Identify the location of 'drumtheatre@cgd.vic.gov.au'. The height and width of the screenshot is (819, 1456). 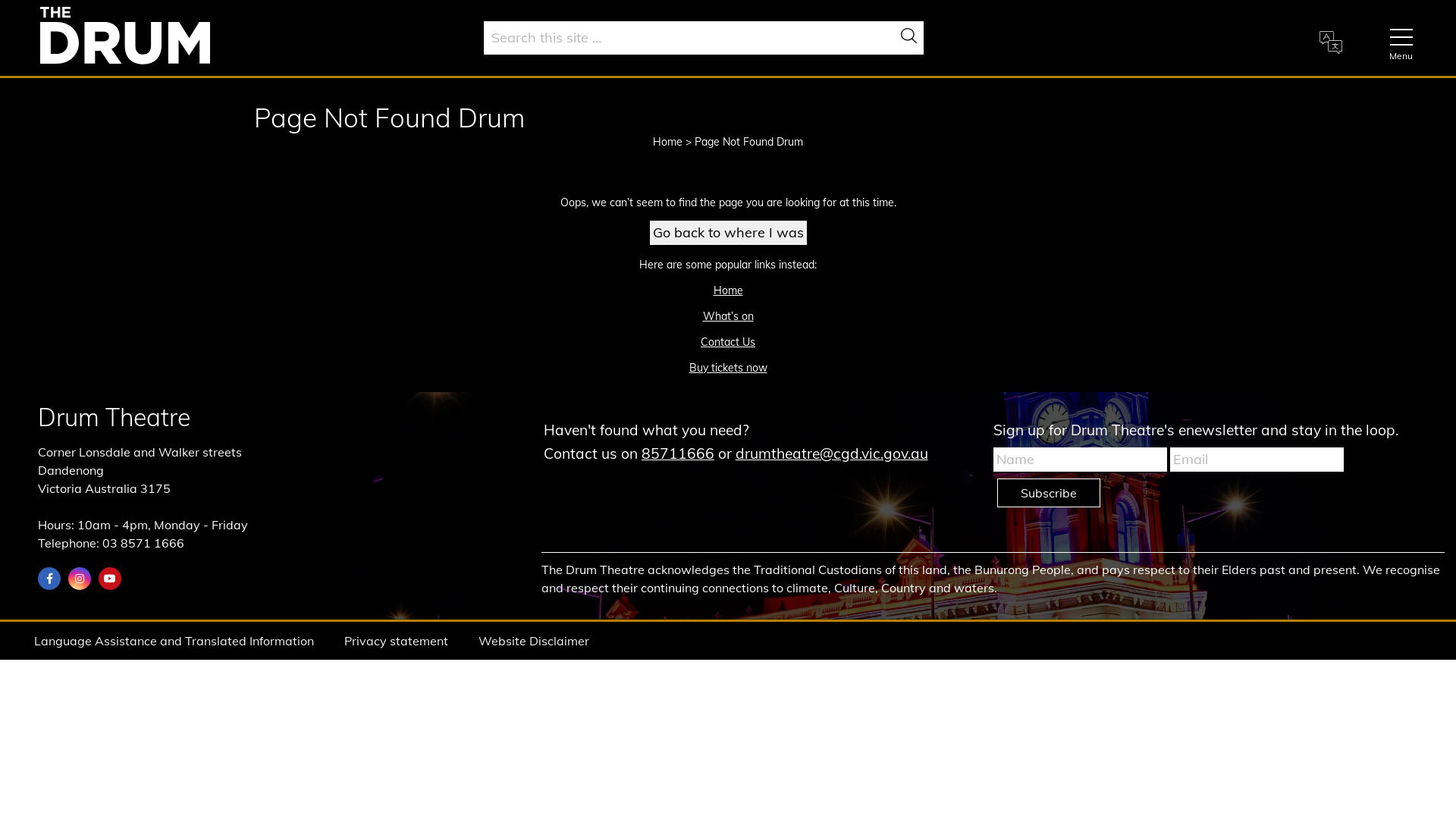
(831, 452).